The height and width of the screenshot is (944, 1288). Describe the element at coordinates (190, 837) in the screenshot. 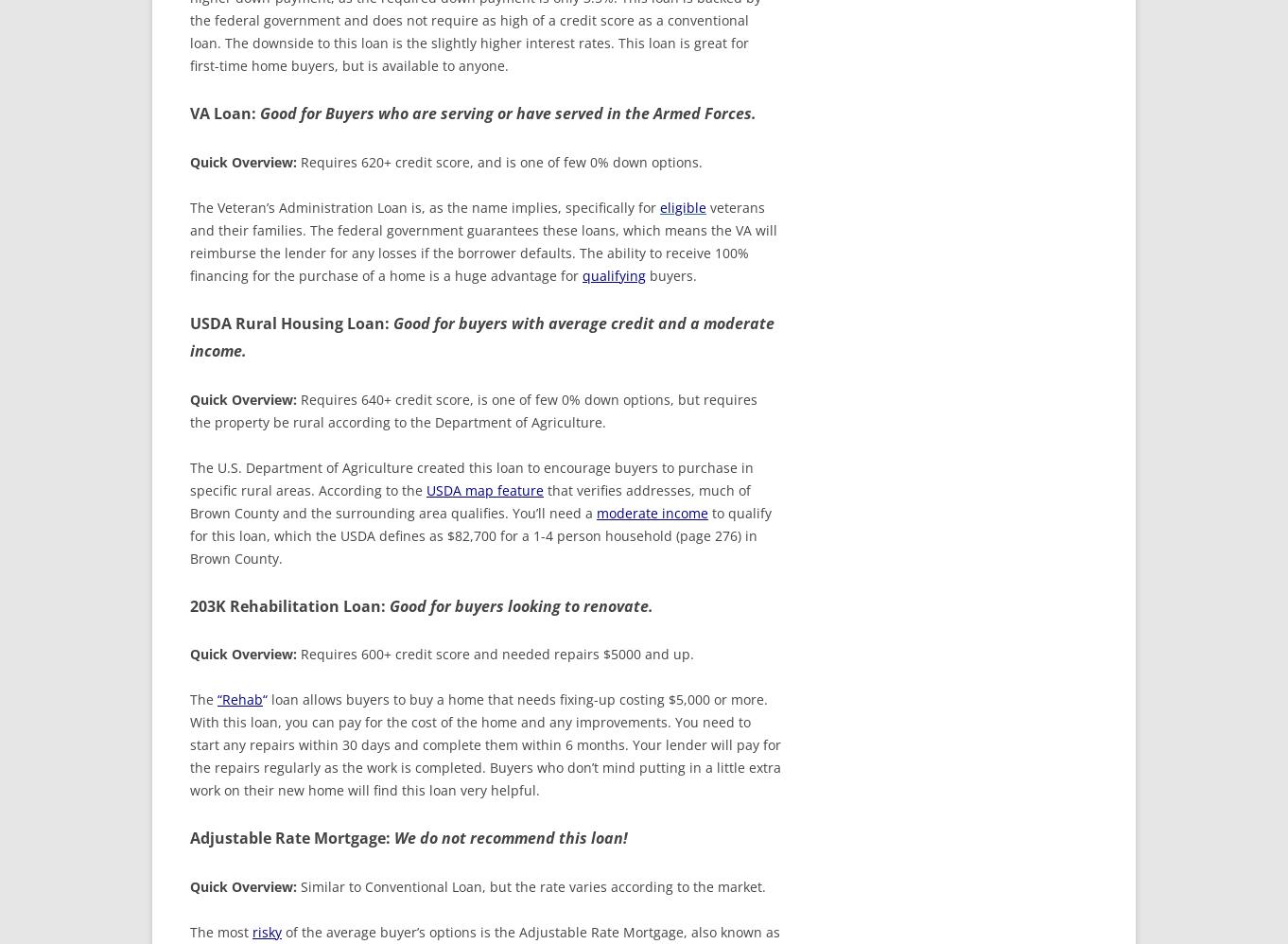

I see `'Adjustable Rate Mortgage:'` at that location.